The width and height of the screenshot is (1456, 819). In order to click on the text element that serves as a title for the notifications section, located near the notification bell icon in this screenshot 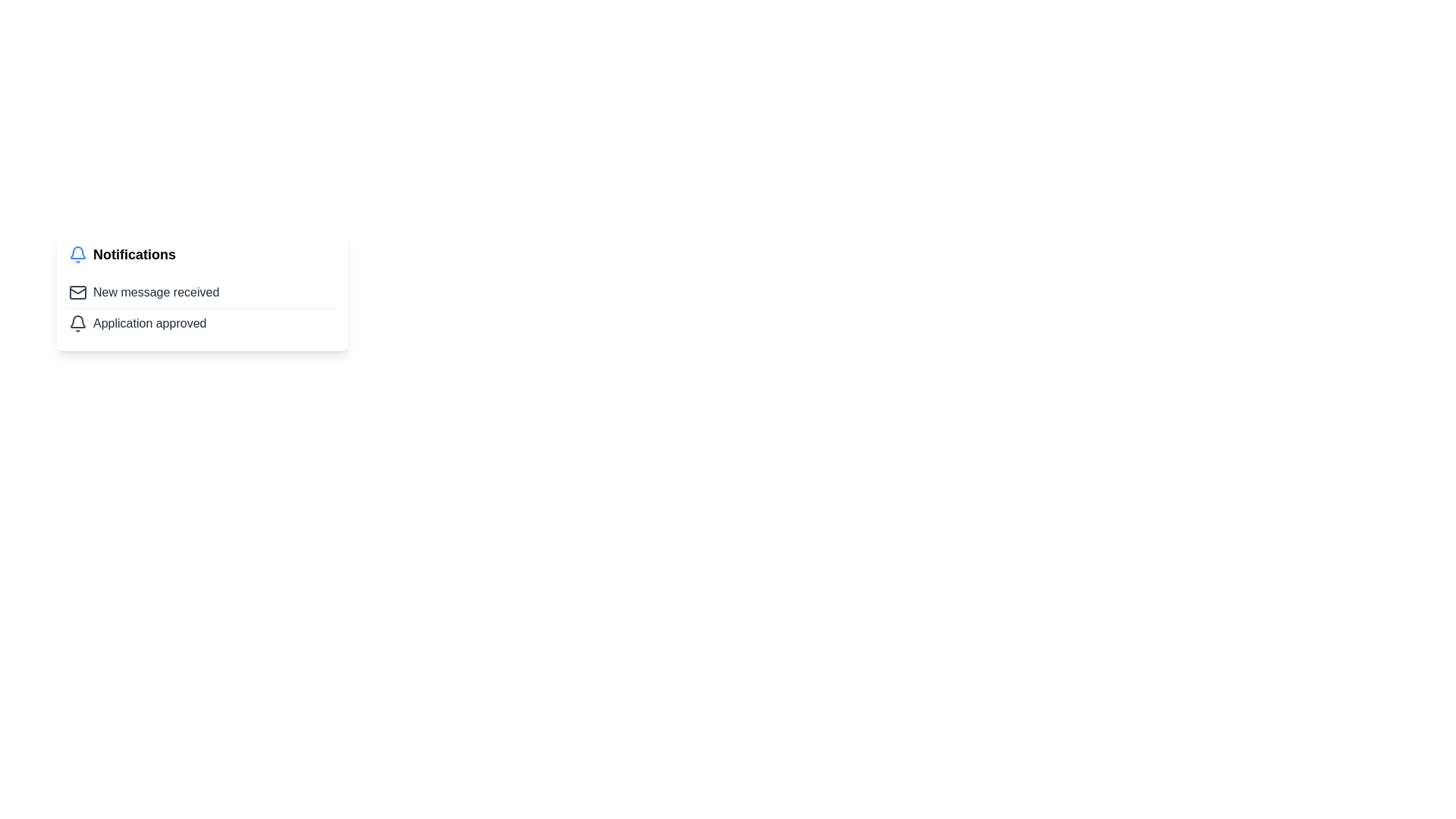, I will do `click(134, 253)`.